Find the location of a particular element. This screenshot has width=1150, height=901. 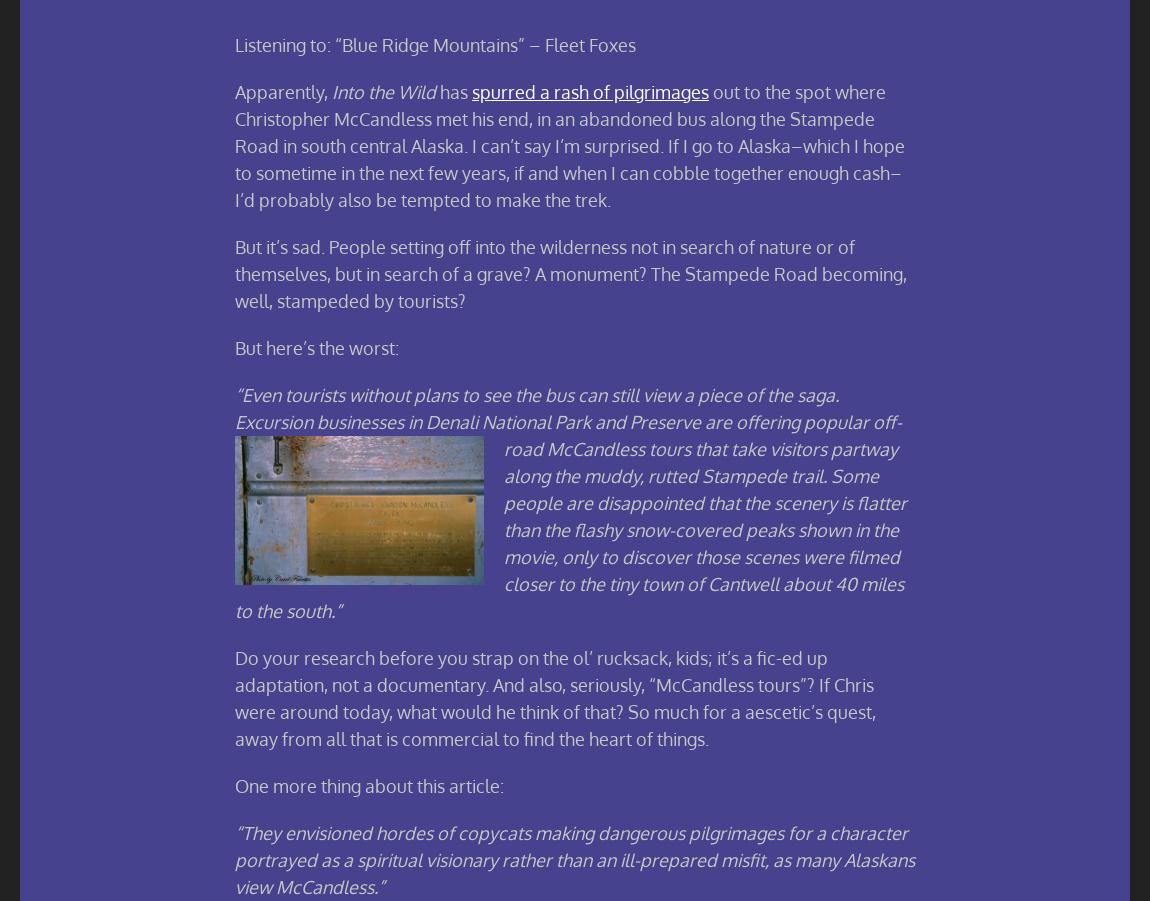

'out to the spot where Christopher McCandless met his end, in an abandoned bus along the Stampede Road in south central Alaska. I can’t say I’m surprised. If I go to Alaska–which I hope to sometime in the next few years, if and when I can cobble together enough cash–I’d probably also be tempted to make the trek.' is located at coordinates (570, 144).